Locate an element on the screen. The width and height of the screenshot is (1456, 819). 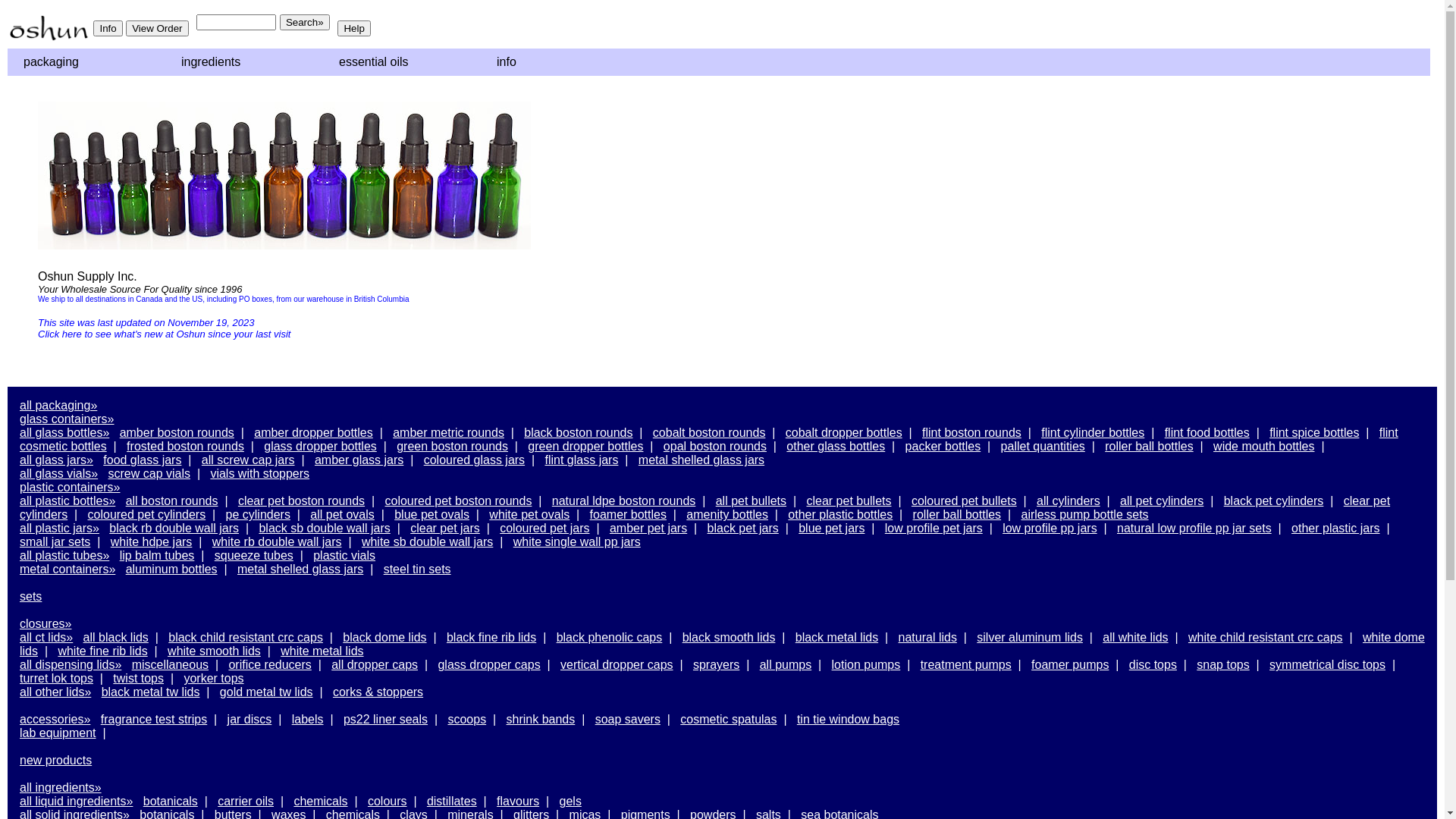
'black metal lids' is located at coordinates (836, 637).